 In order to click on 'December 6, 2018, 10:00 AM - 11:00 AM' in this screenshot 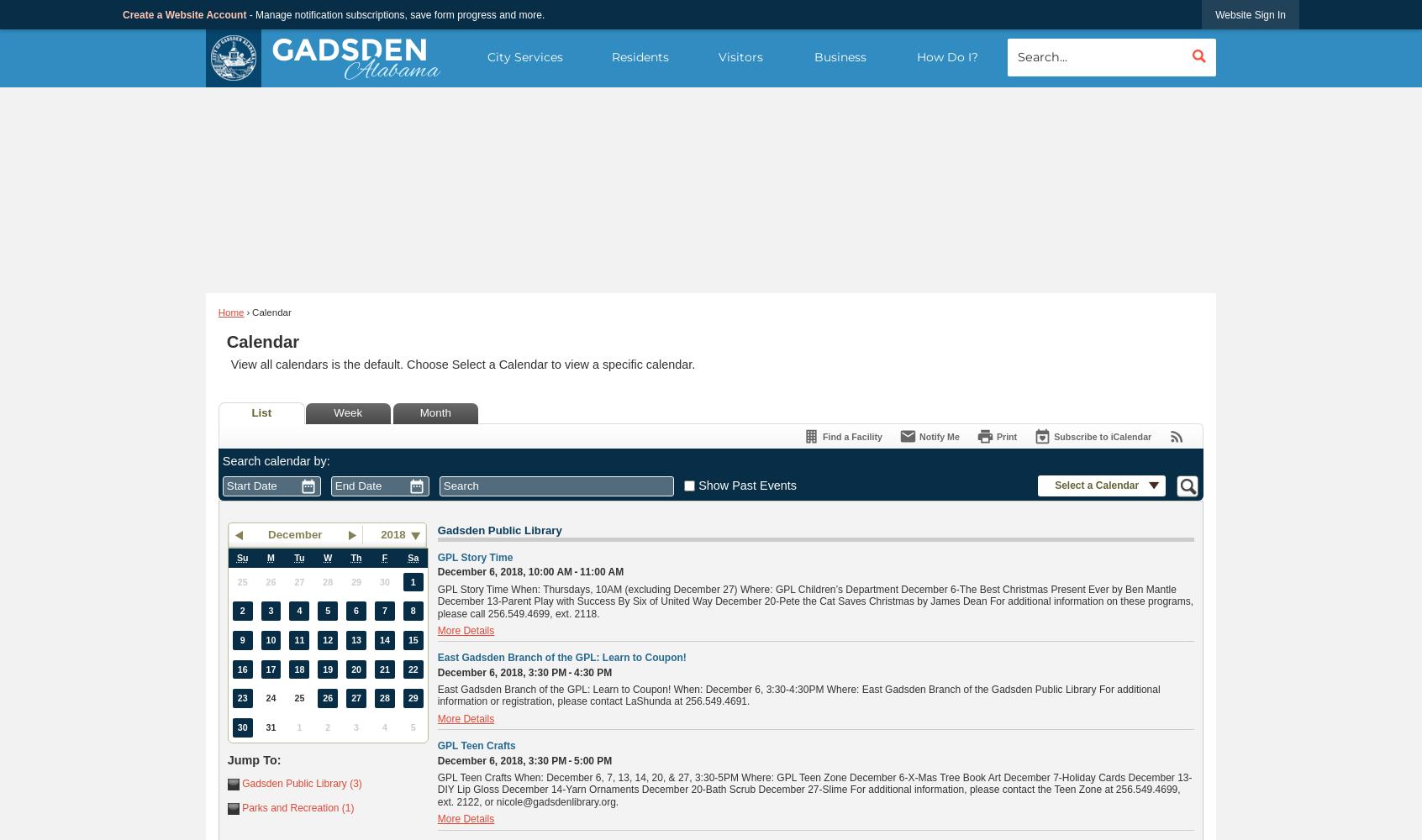, I will do `click(529, 572)`.